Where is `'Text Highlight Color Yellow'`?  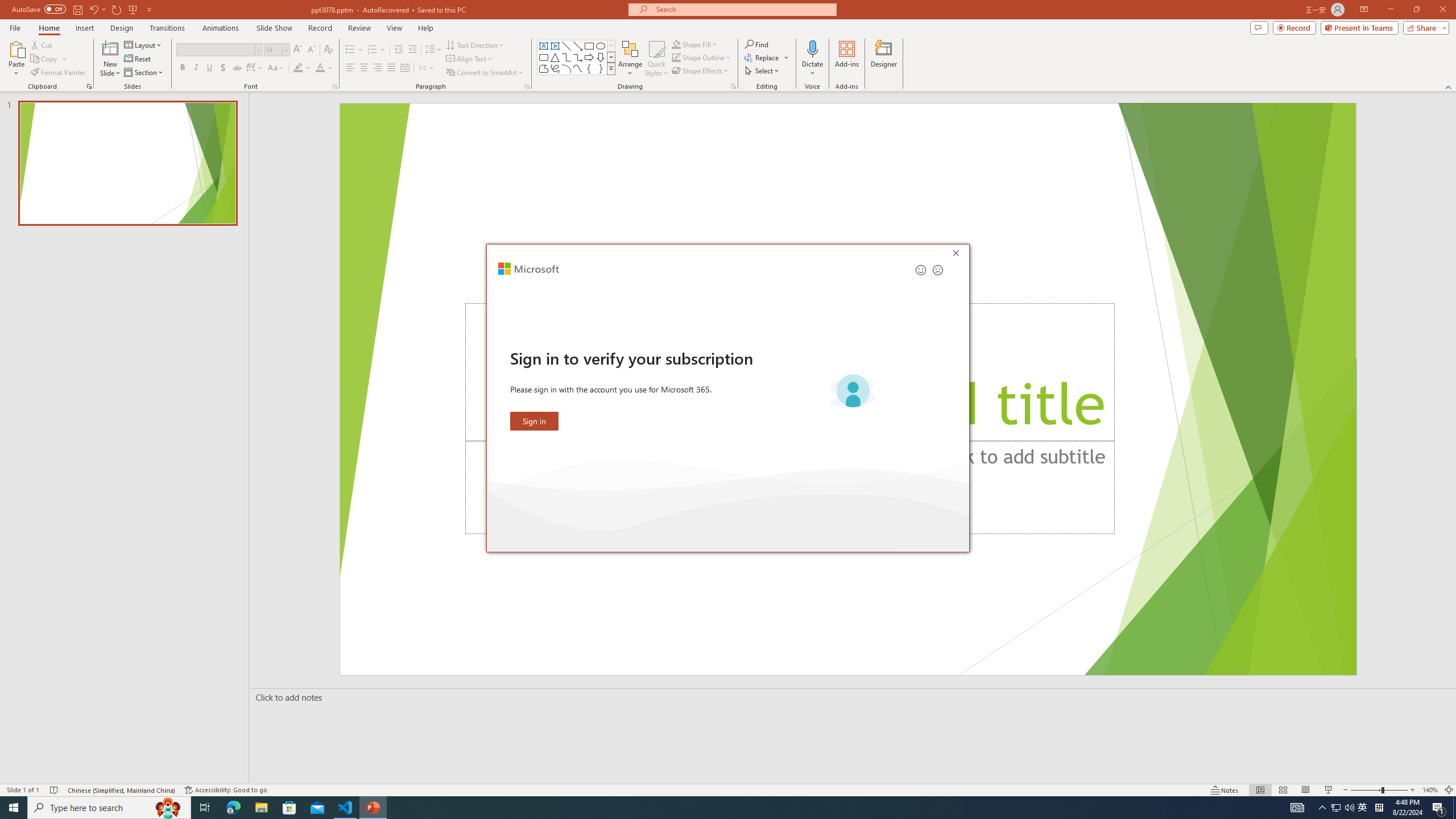
'Text Highlight Color Yellow' is located at coordinates (297, 67).